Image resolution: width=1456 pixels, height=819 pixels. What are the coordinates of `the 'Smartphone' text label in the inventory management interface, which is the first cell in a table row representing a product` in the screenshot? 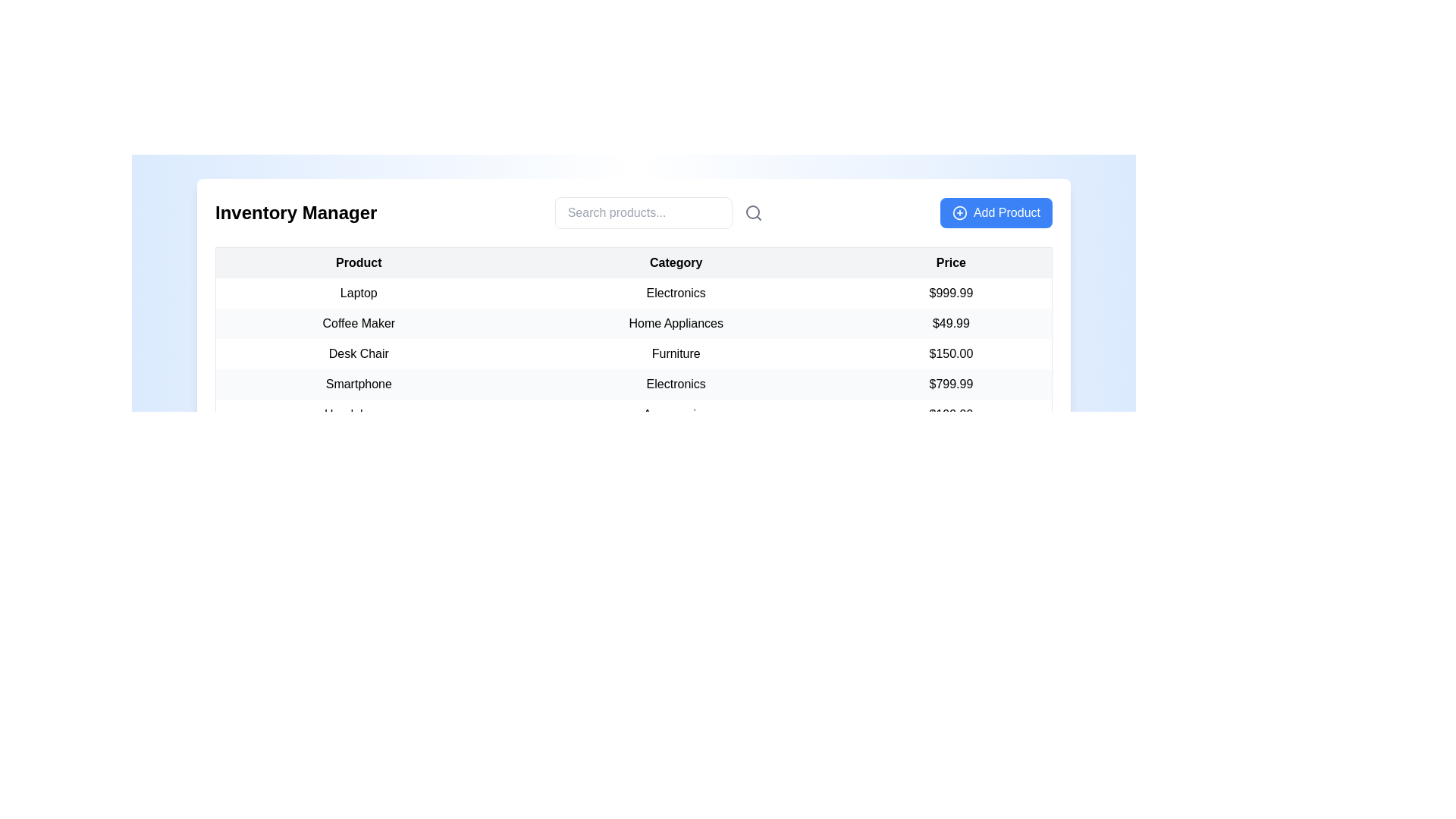 It's located at (358, 383).